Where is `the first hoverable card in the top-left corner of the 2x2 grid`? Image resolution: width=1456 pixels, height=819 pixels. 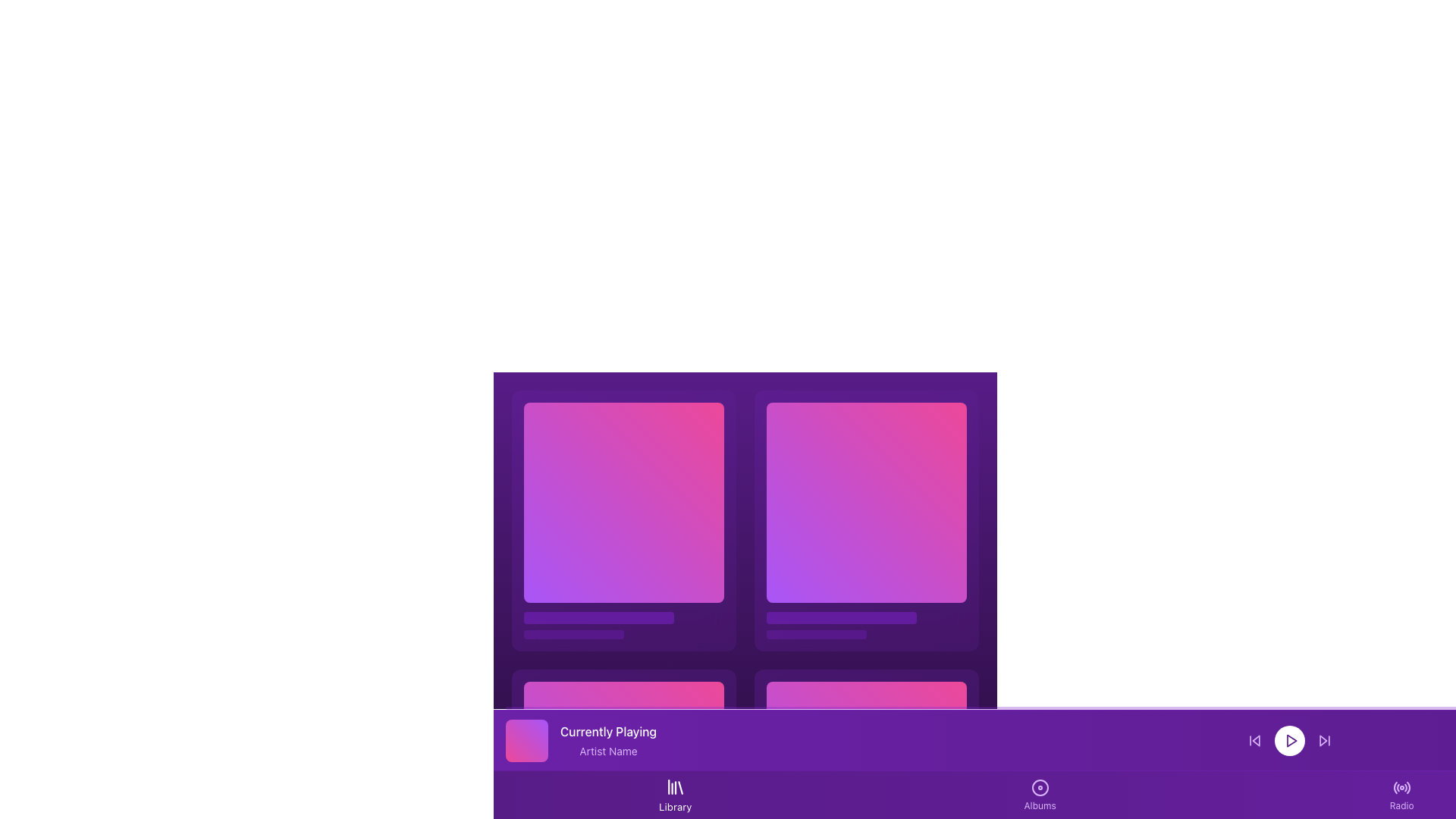 the first hoverable card in the top-left corner of the 2x2 grid is located at coordinates (623, 519).